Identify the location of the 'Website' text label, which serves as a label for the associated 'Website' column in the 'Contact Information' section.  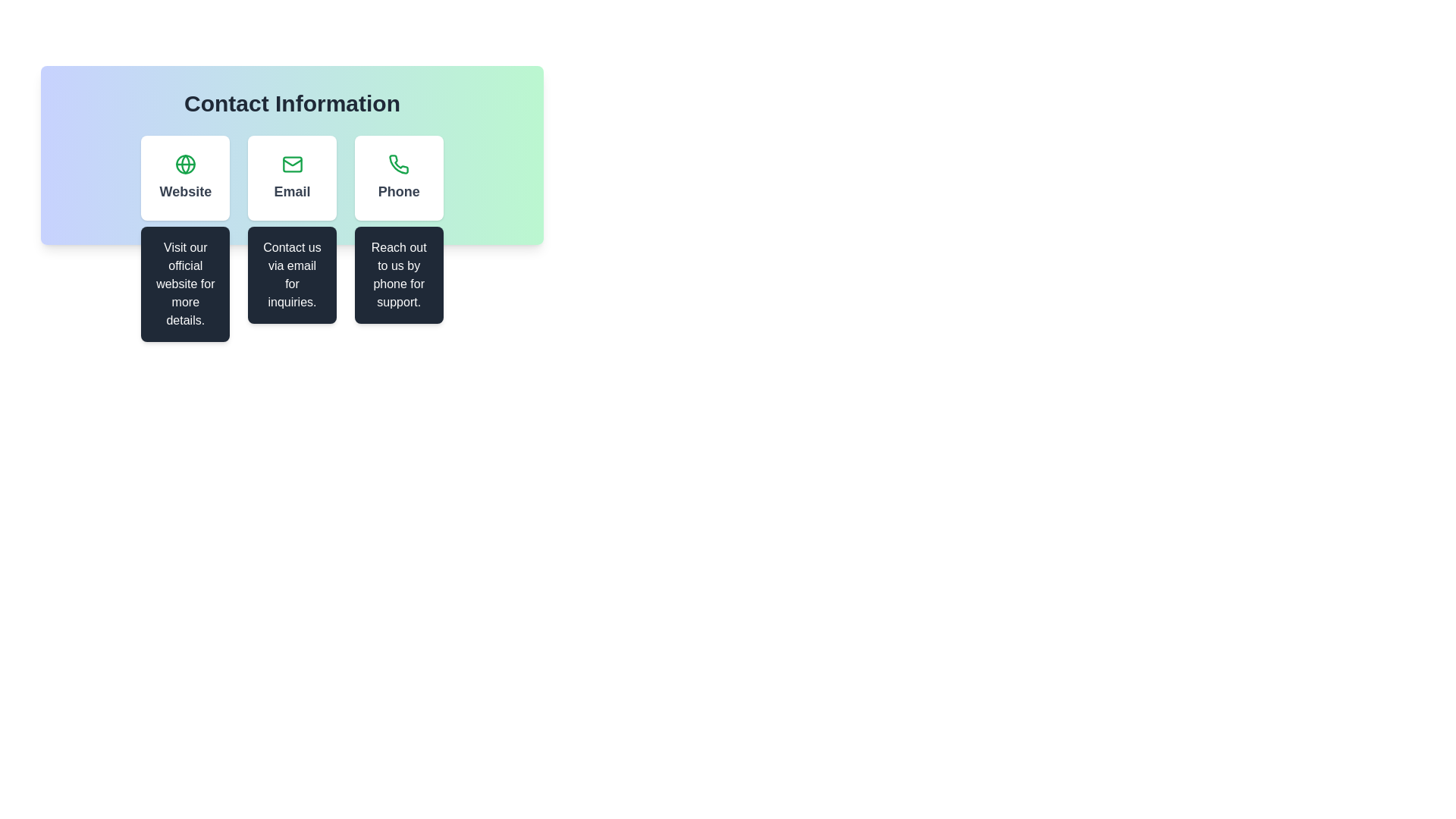
(184, 191).